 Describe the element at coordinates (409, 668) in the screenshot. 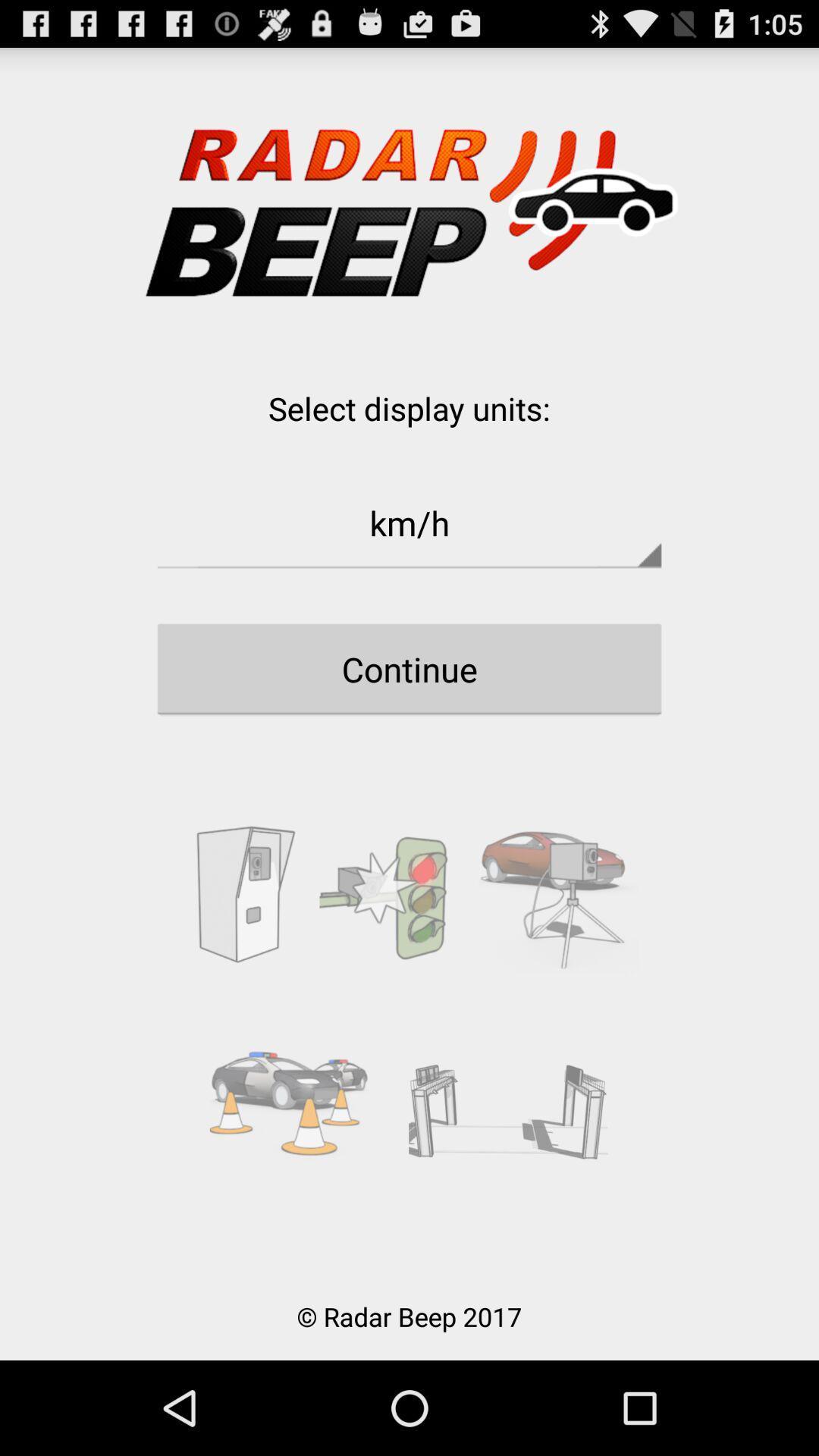

I see `the continue button` at that location.